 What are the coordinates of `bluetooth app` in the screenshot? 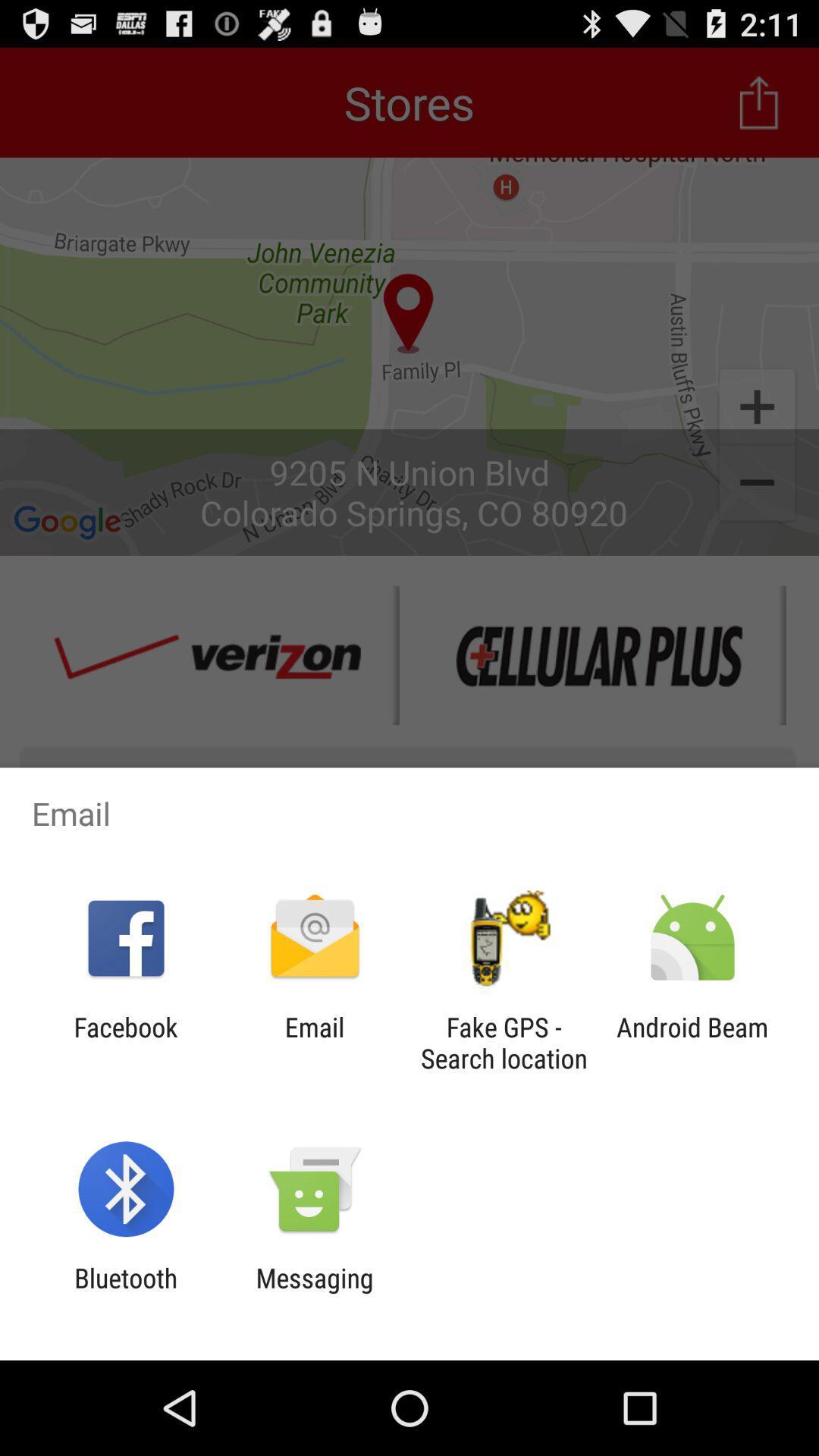 It's located at (125, 1293).